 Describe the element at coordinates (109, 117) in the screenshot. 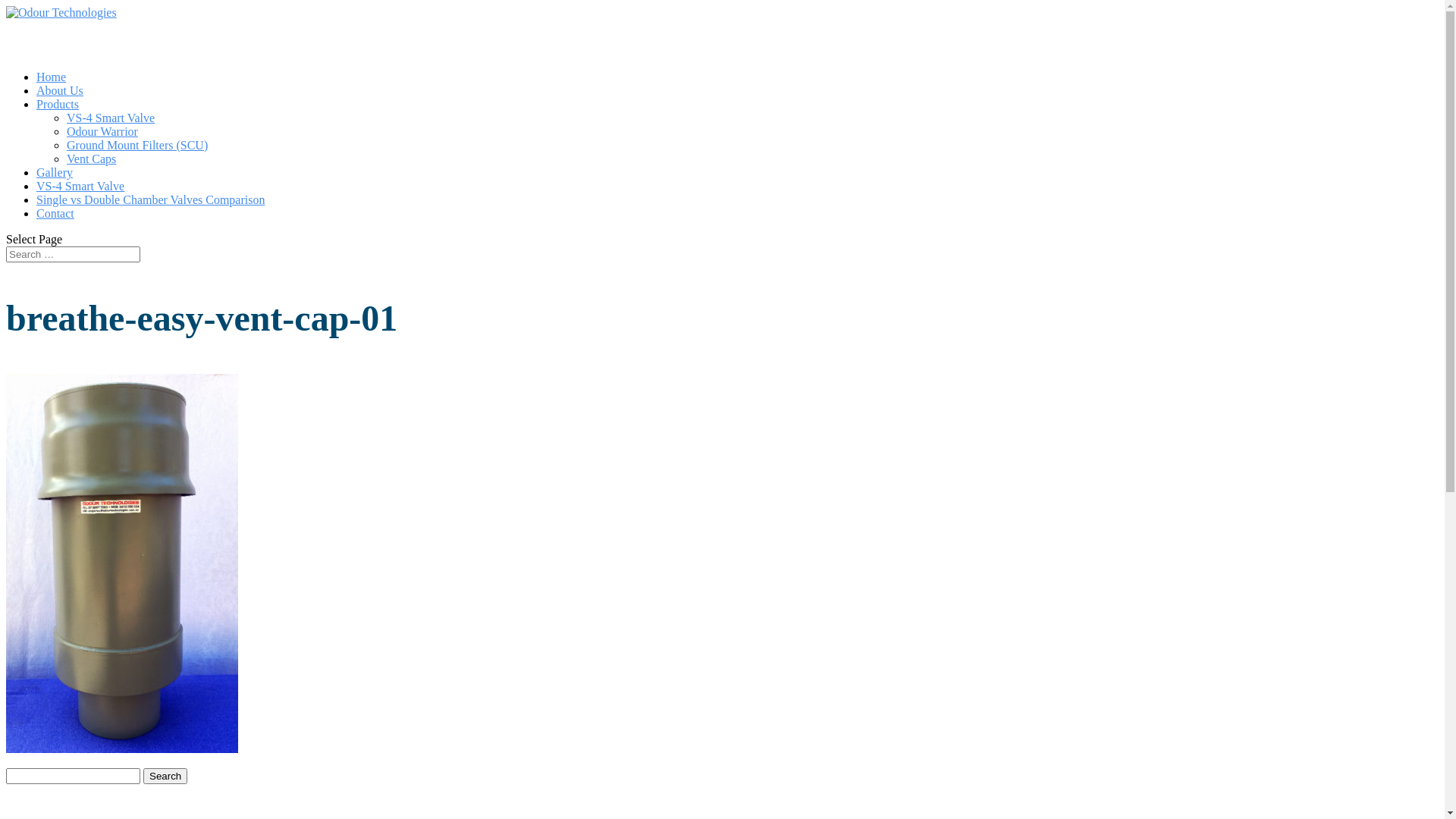

I see `'VS-4 Smart Valve'` at that location.